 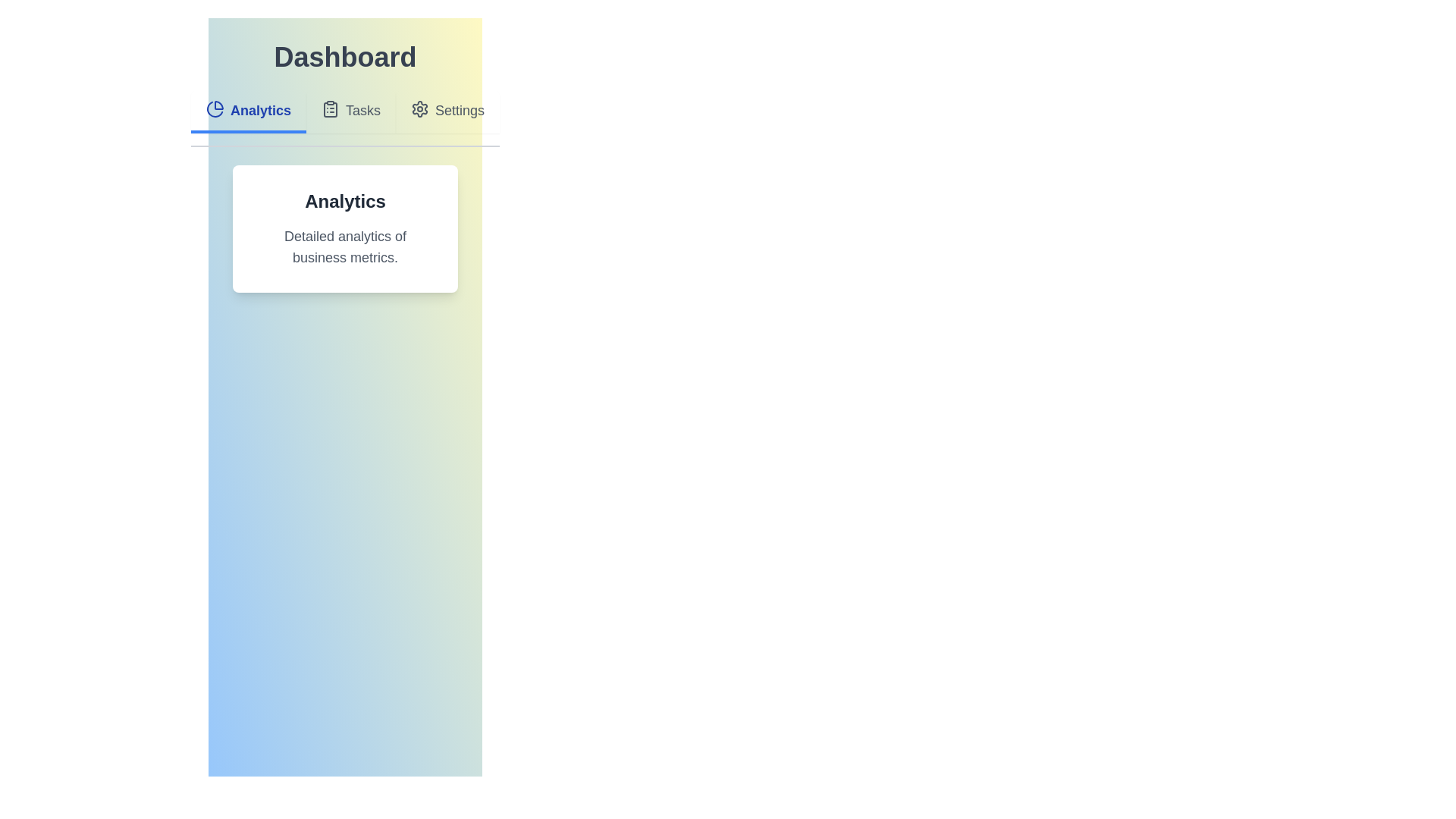 I want to click on the Analytics tab to view its content, so click(x=248, y=111).